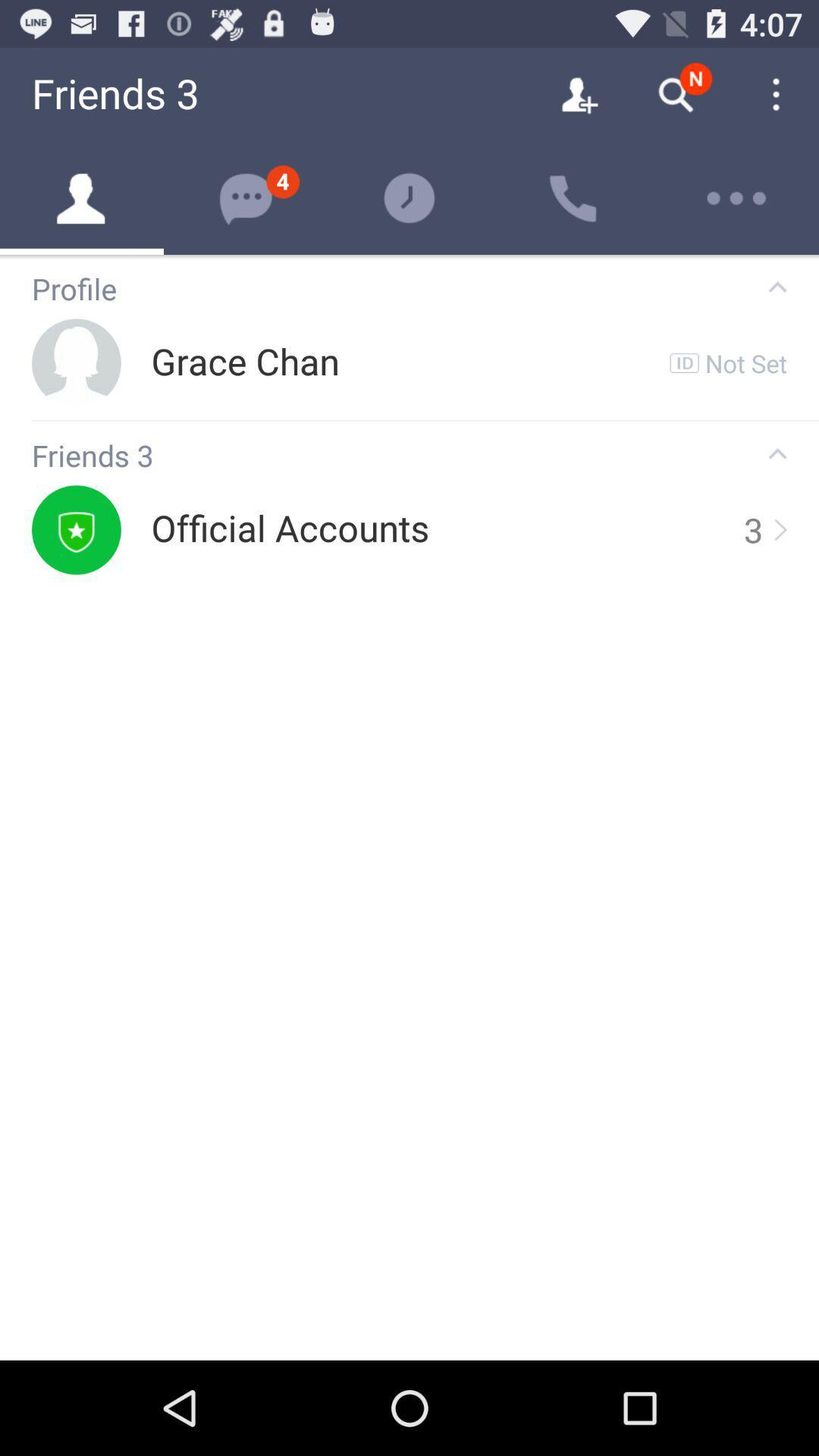 The width and height of the screenshot is (819, 1456). Describe the element at coordinates (573, 198) in the screenshot. I see `the call icon` at that location.